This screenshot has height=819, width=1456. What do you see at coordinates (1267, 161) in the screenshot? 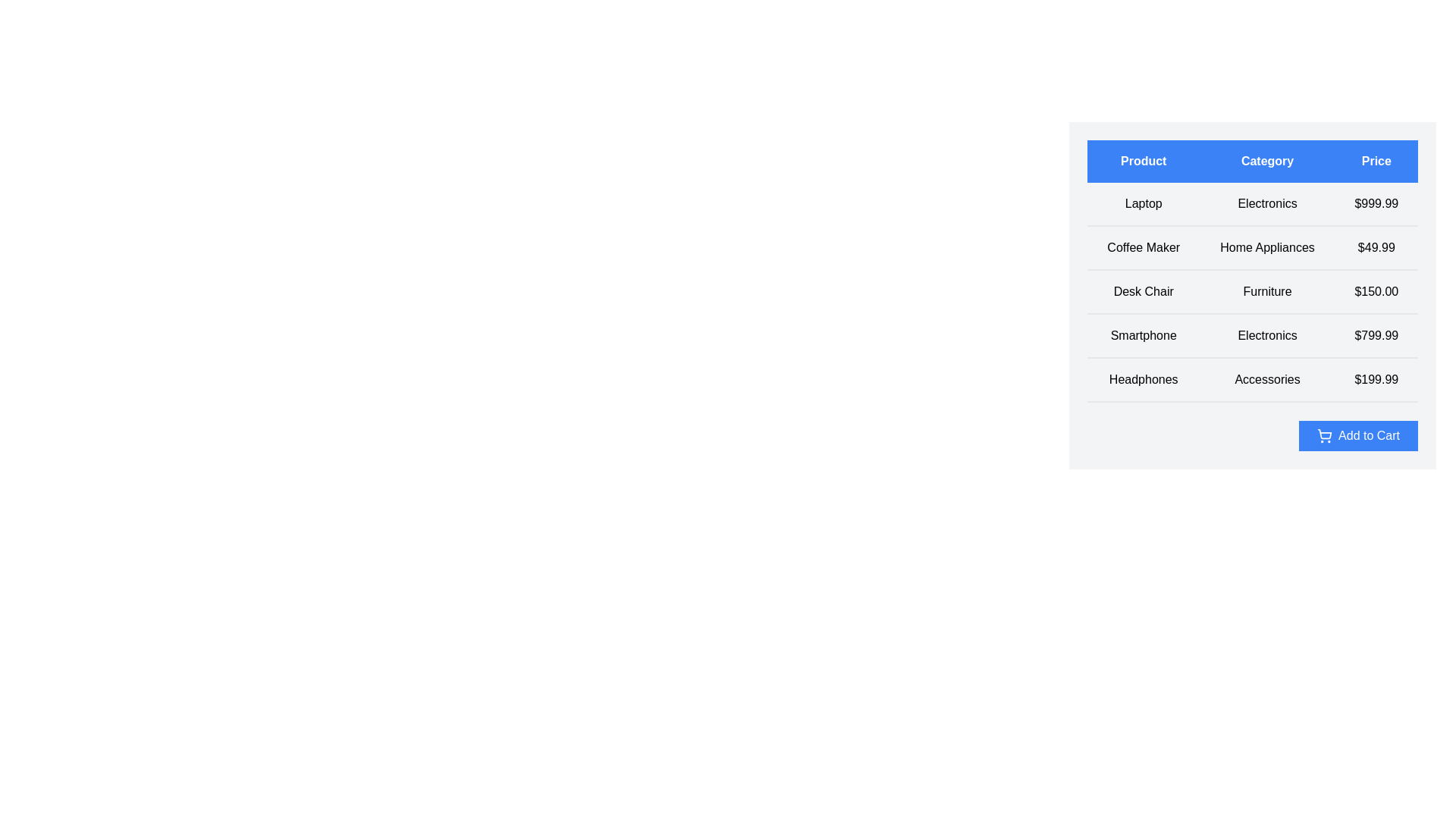
I see `the 'Category' text label, which is displayed in white on a blue rectangular background, positioned in the header bar between 'Product' and 'Price'` at bounding box center [1267, 161].